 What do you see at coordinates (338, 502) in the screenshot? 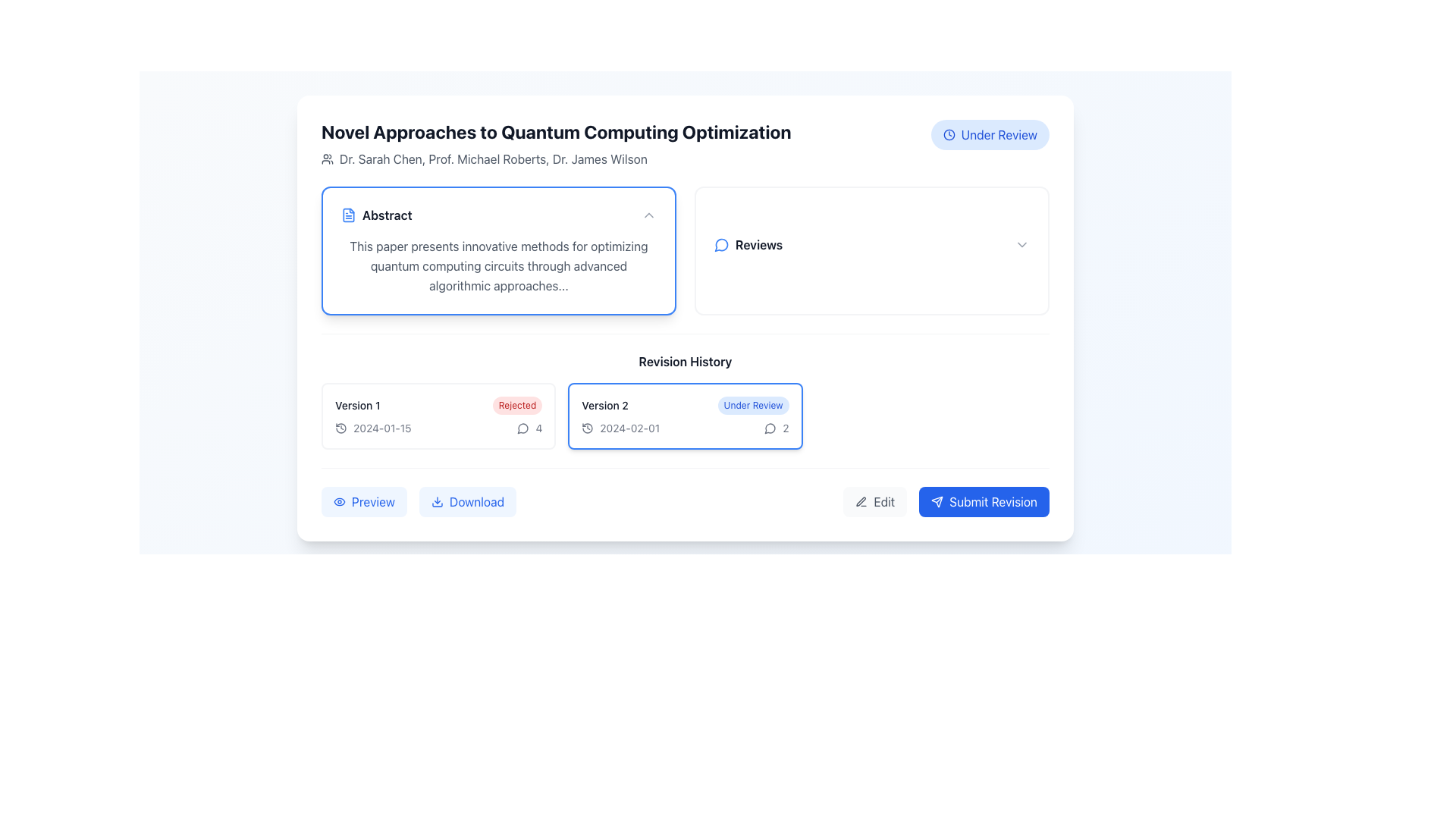
I see `the icon located to the left of the text within the 'Preview' button in the bottom left corner of the main panel` at bounding box center [338, 502].